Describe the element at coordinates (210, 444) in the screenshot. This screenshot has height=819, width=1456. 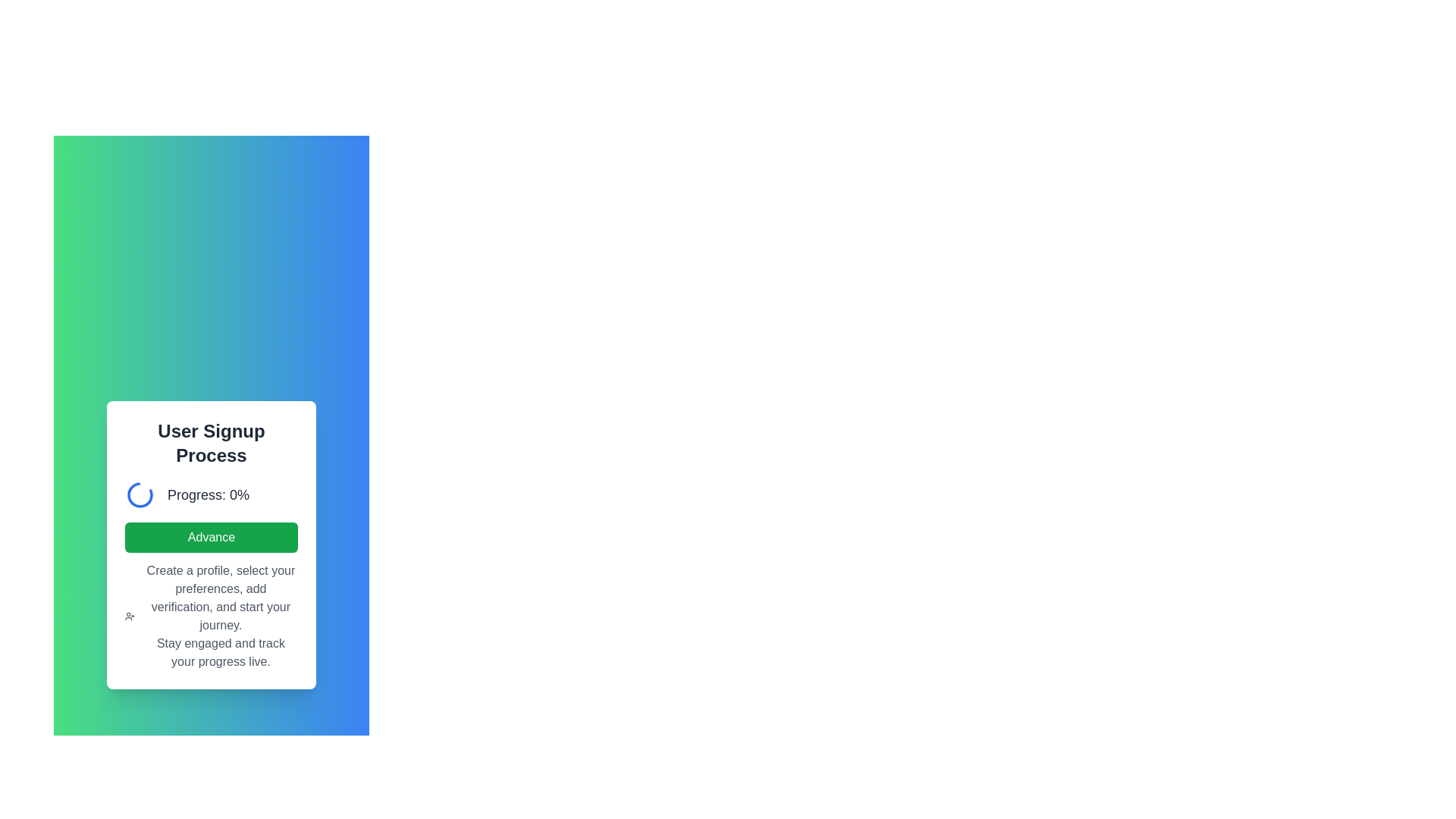
I see `the heading text element located at the top-center of the card-like component, which is purely informational and introduces the section's purpose` at that location.